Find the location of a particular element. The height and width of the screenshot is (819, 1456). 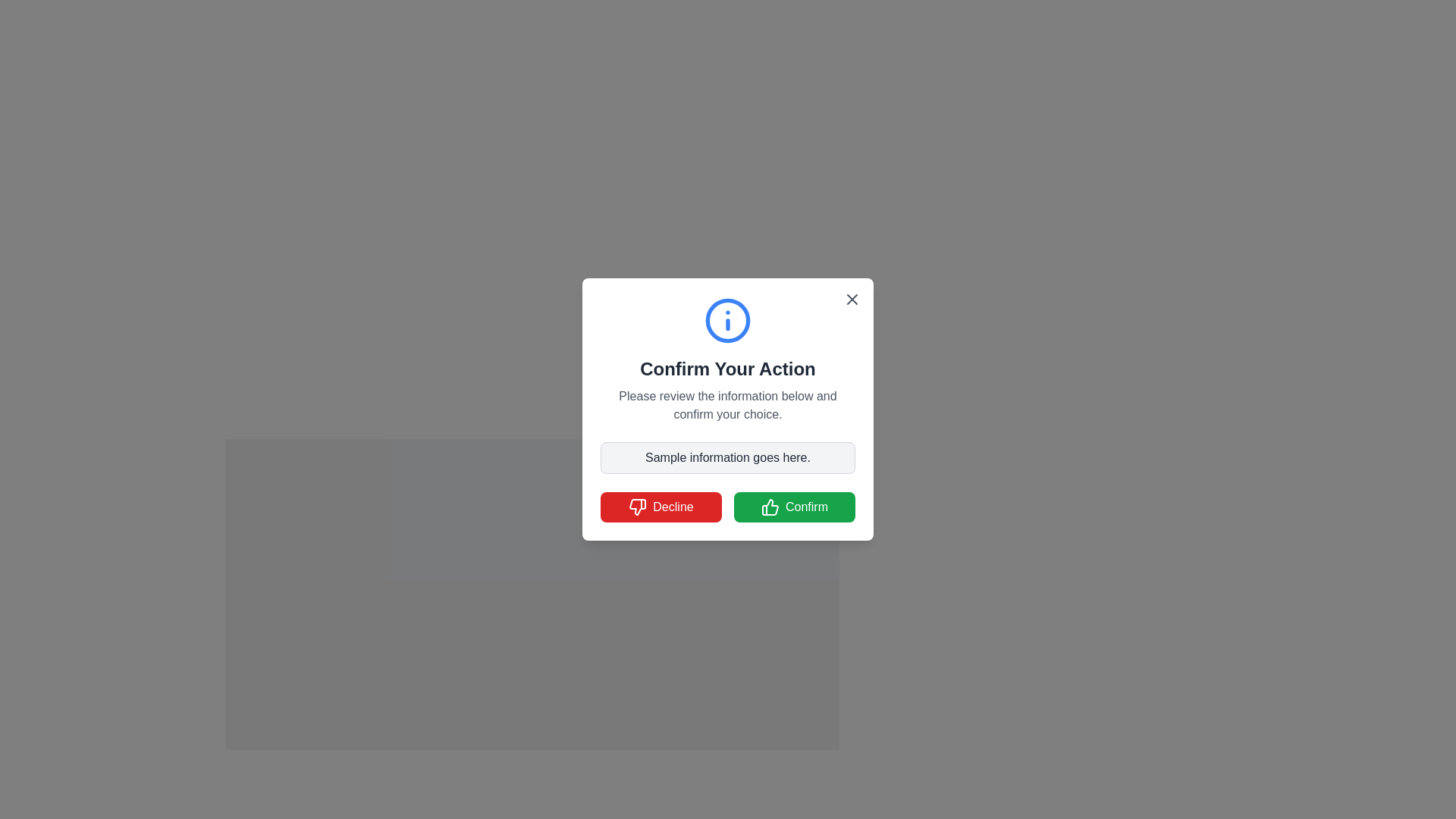

the green confirm button located in the lower part of the dialog, which is the rightmost option next to the red 'Decline' button is located at coordinates (793, 507).